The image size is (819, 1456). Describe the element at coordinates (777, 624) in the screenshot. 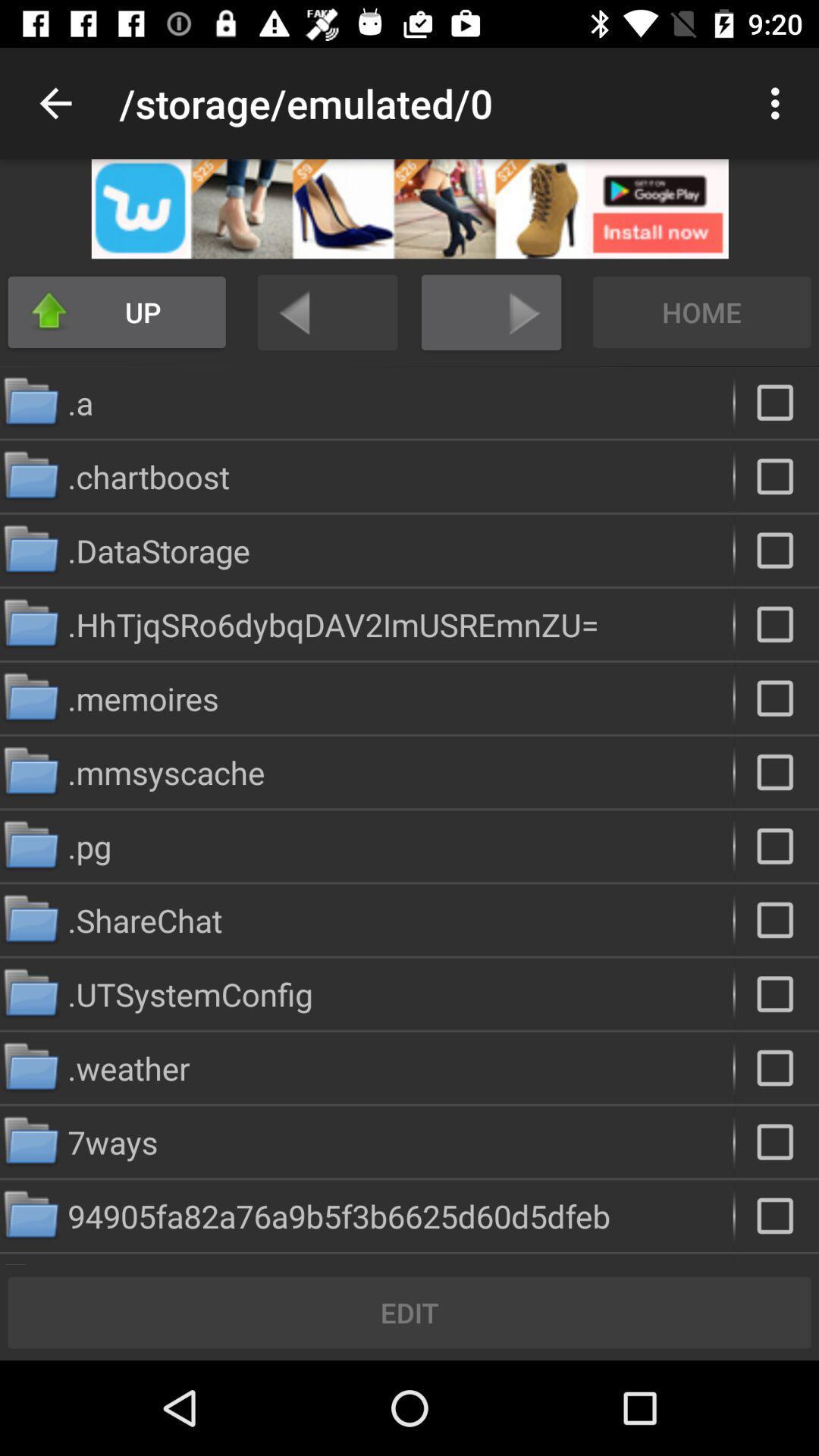

I see `file` at that location.